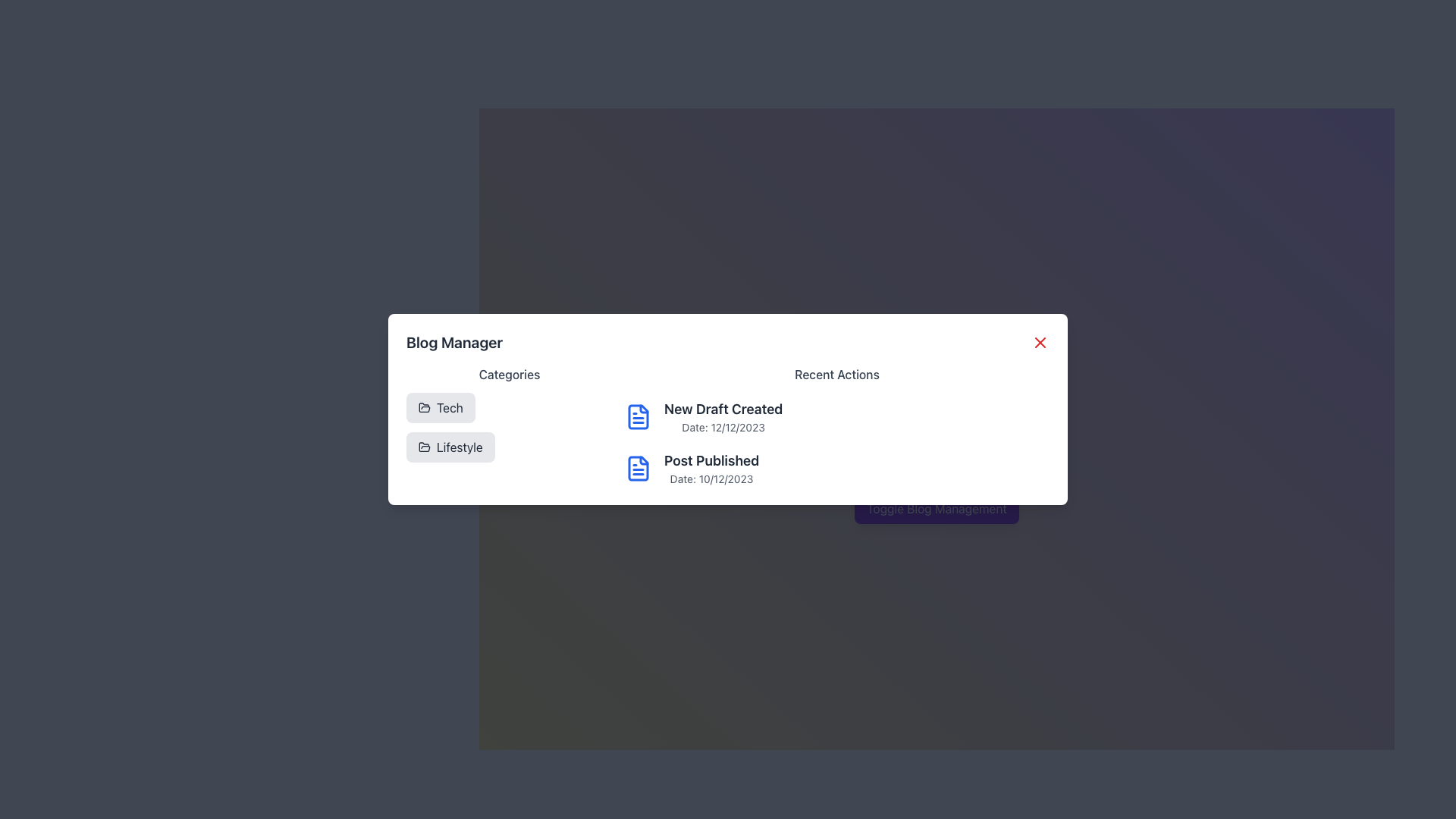  Describe the element at coordinates (711, 467) in the screenshot. I see `text displayed in the second Text block of the 'Recent Actions' section in the 'Blog Manager' dialog, which includes information about a published post` at that location.